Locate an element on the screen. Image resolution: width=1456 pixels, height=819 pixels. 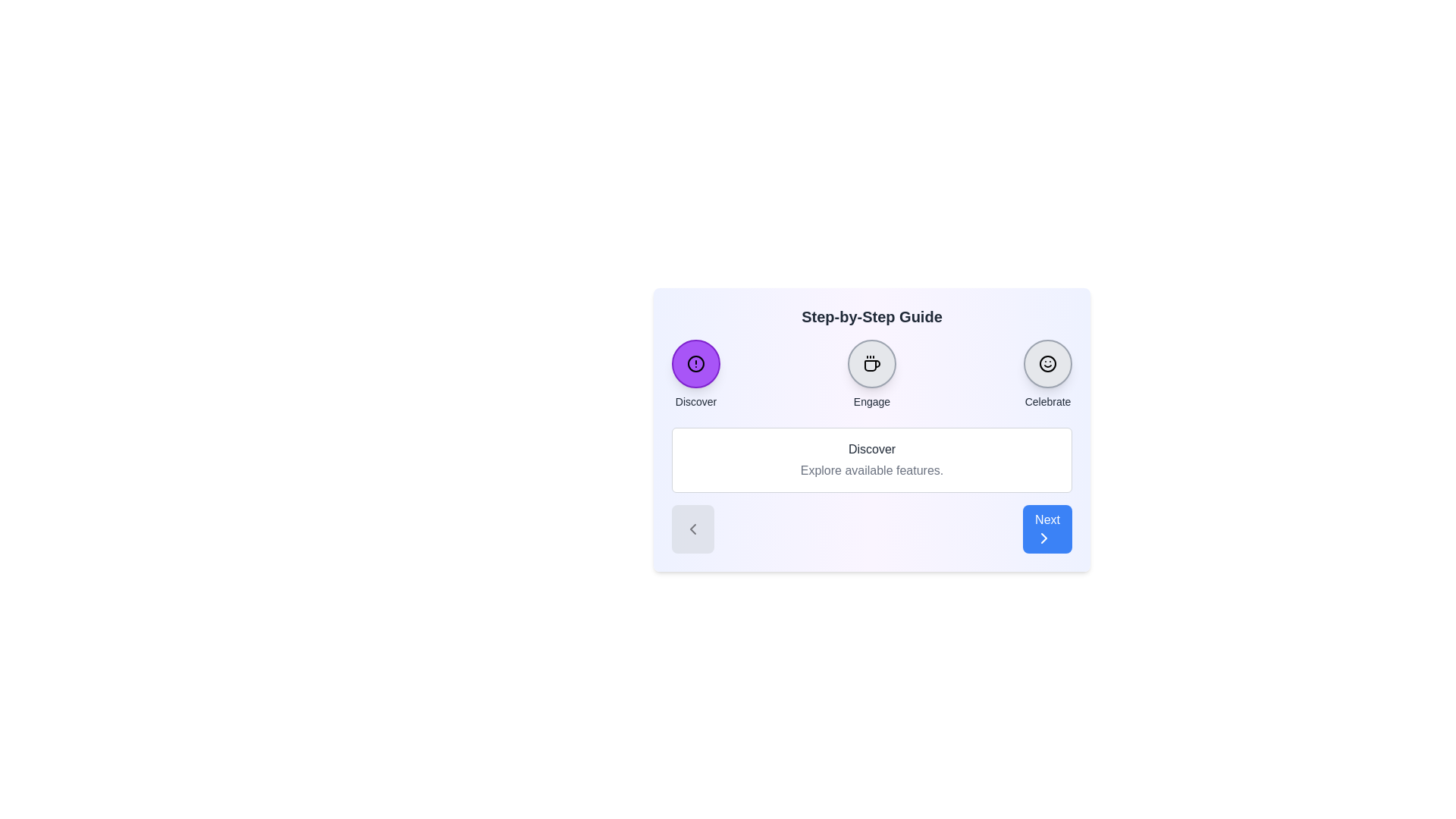
the circular icon with a black border on a purple background, featuring an exclamation mark in the center, located at the center of the 'Discover' button is located at coordinates (695, 363).